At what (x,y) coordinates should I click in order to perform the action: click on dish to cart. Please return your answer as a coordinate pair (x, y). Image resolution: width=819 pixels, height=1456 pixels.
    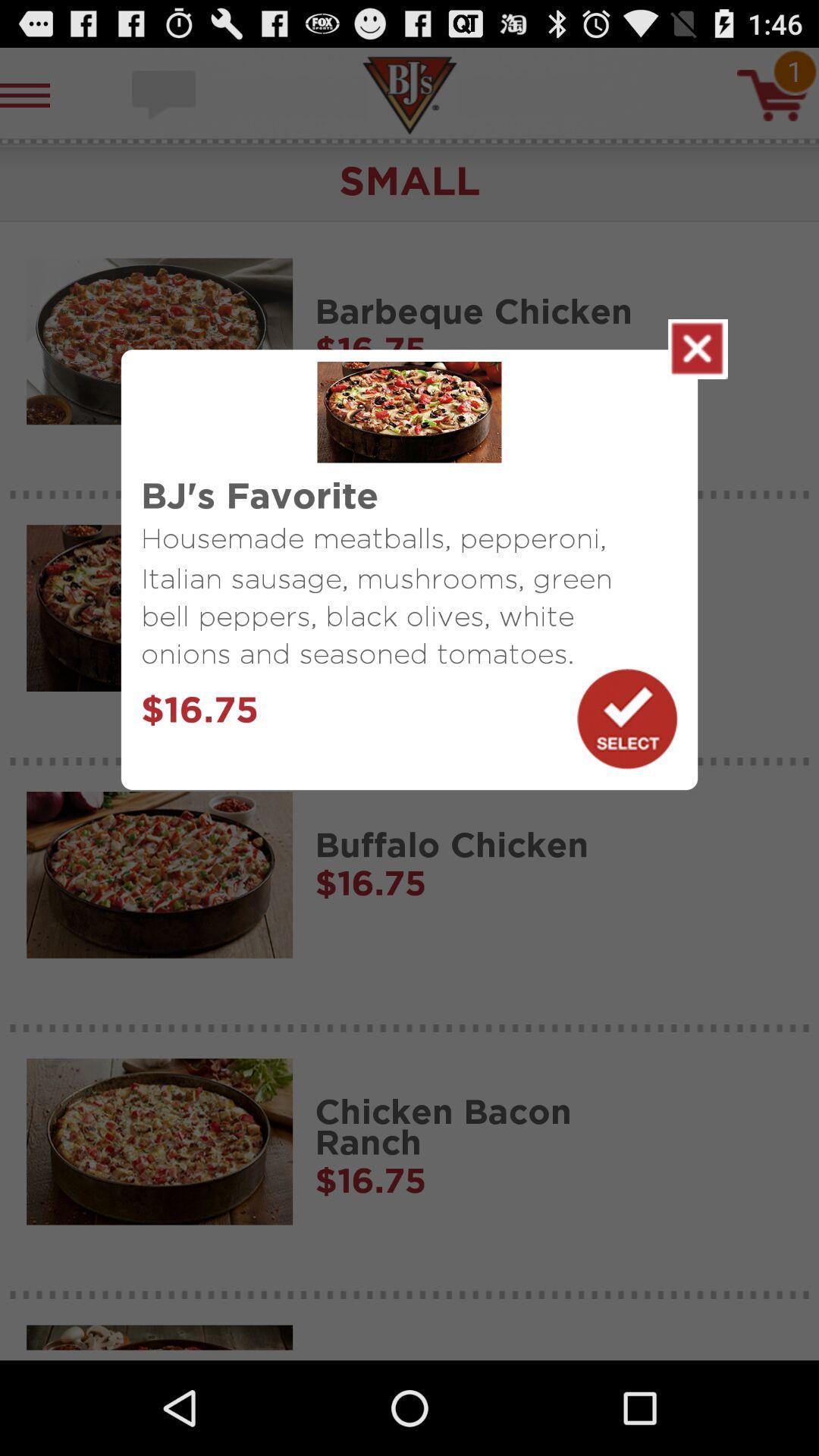
    Looking at the image, I should click on (627, 718).